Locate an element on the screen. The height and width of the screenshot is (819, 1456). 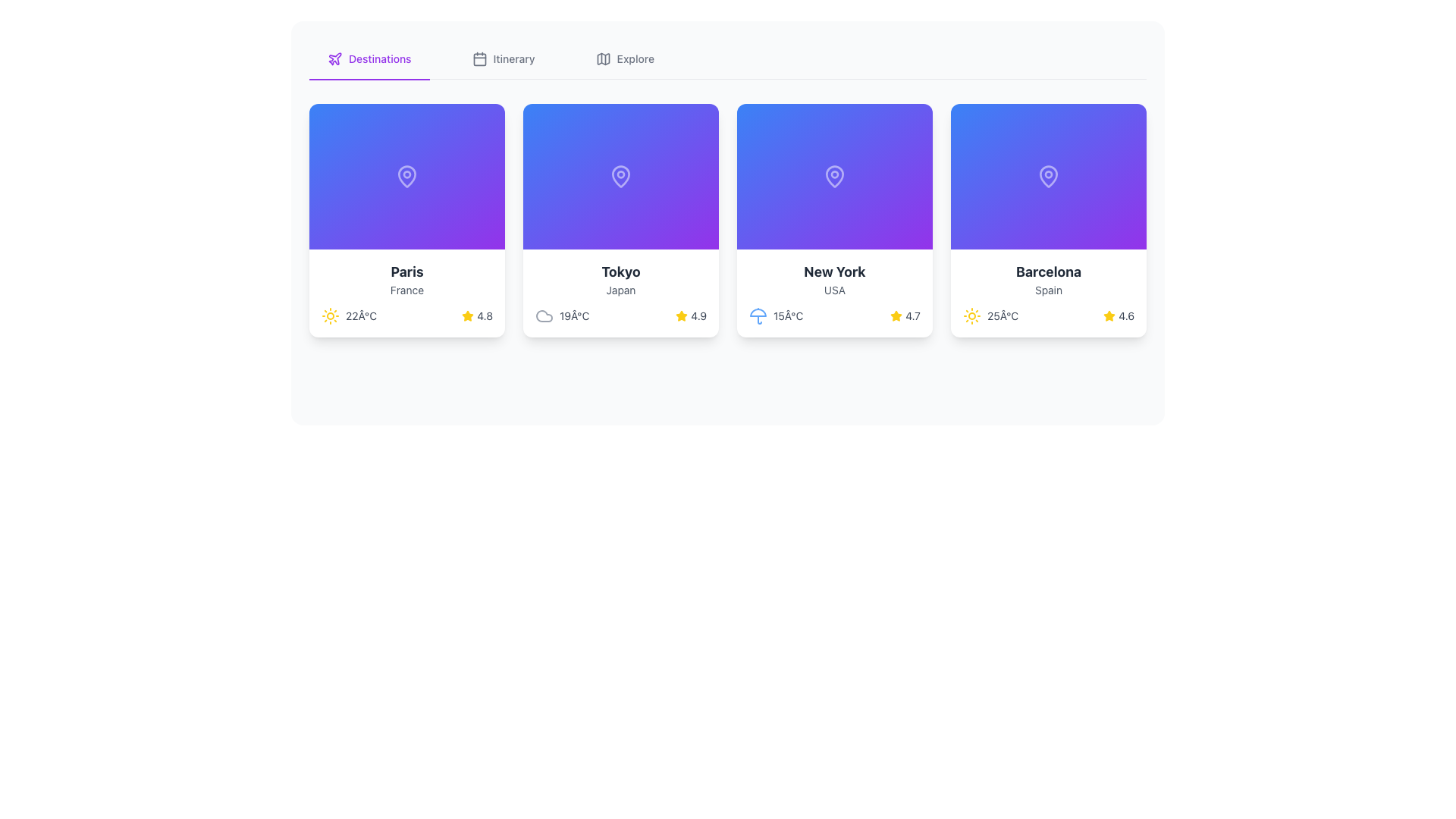
the 'Destinations' navigation tab to possibly reveal additional information is located at coordinates (369, 58).